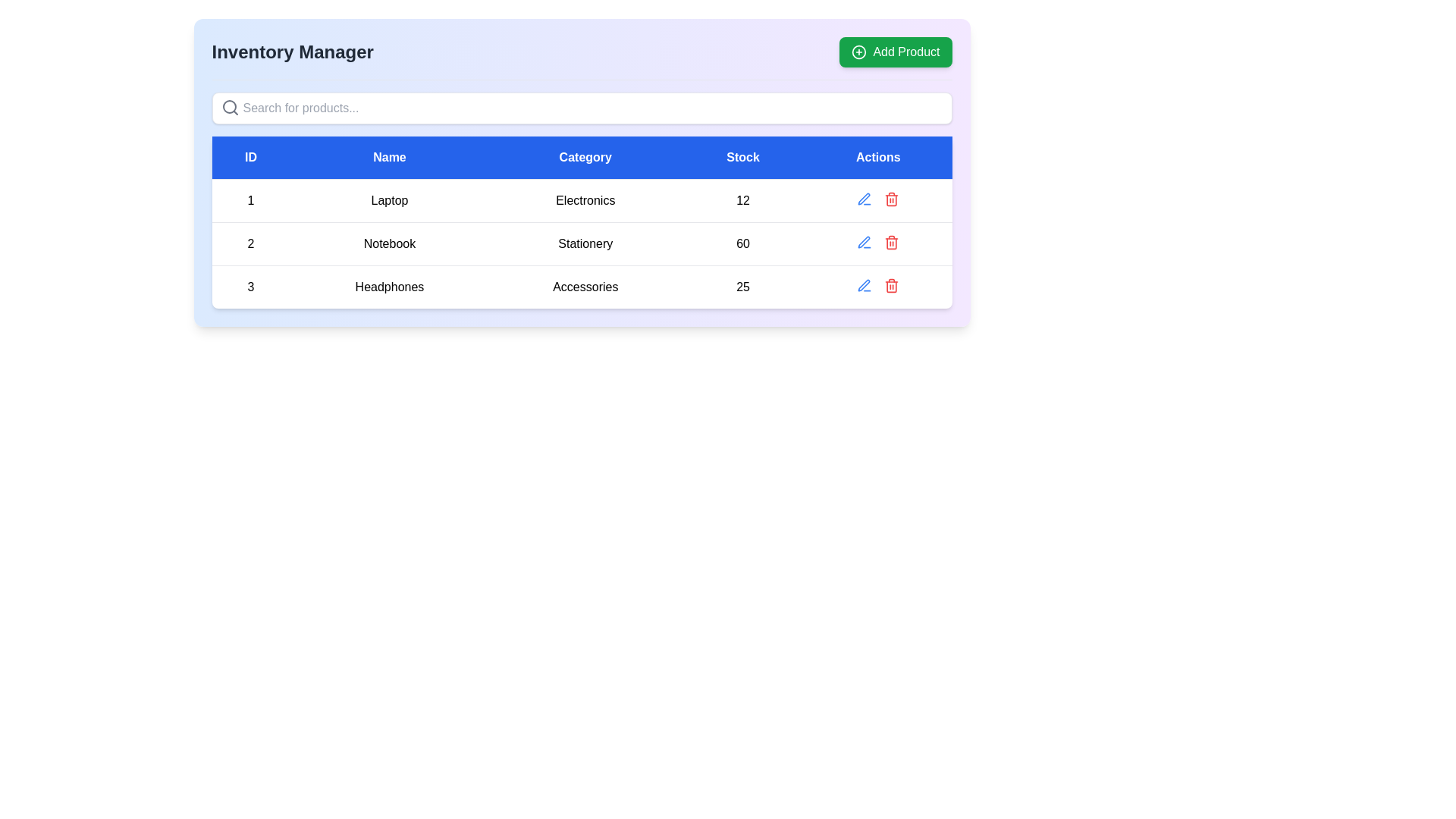 This screenshot has width=1456, height=819. Describe the element at coordinates (742, 200) in the screenshot. I see `the Text display element that shows the current stock count for the item in the inventory list, located in the 'Stock' column of the first row, between 'Category' (Electronics) and 'Actions'` at that location.